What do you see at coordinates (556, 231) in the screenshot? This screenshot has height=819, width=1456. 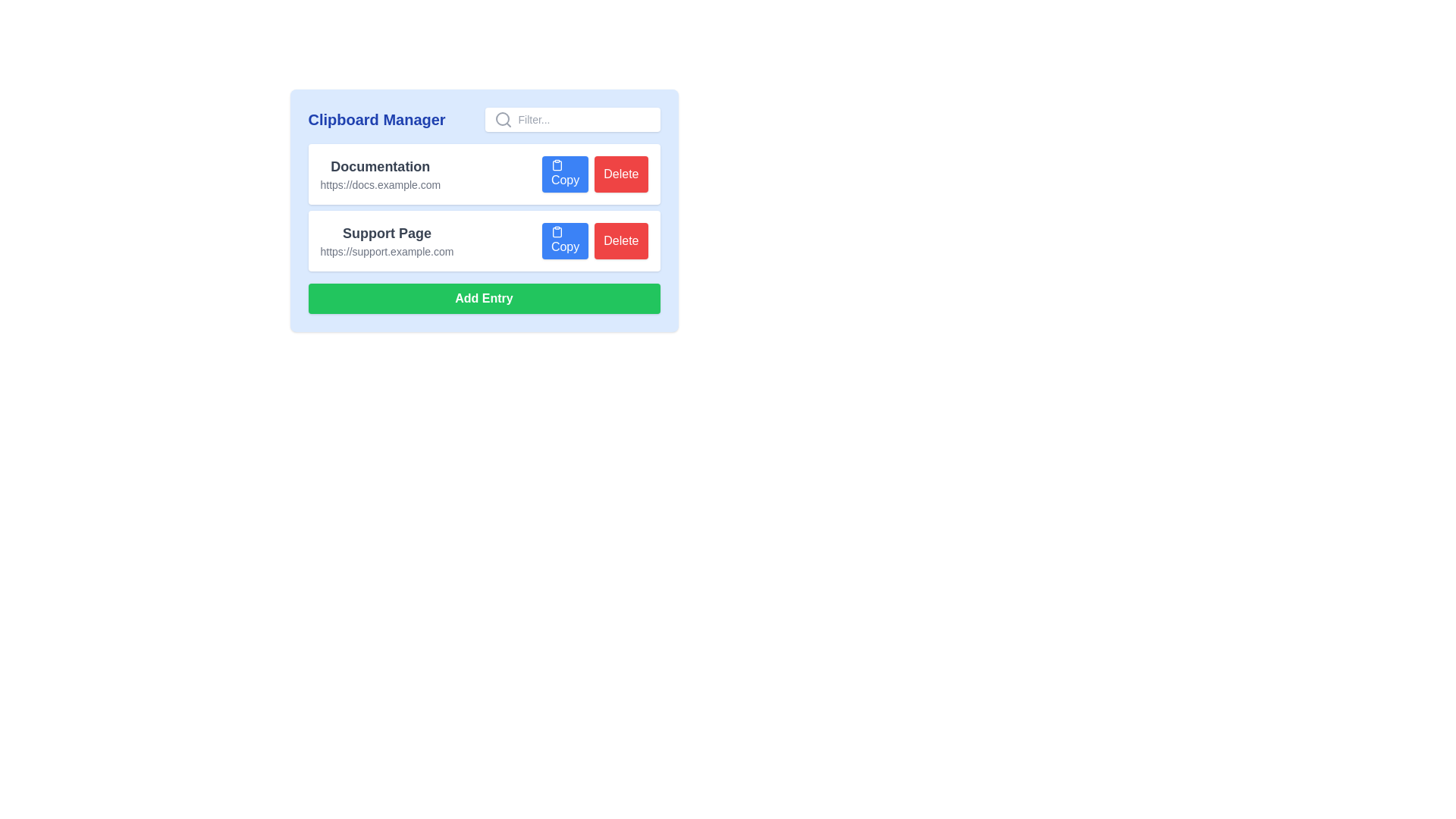 I see `the clipboard icon that is part of the 'Copy' button in the second row of the list` at bounding box center [556, 231].